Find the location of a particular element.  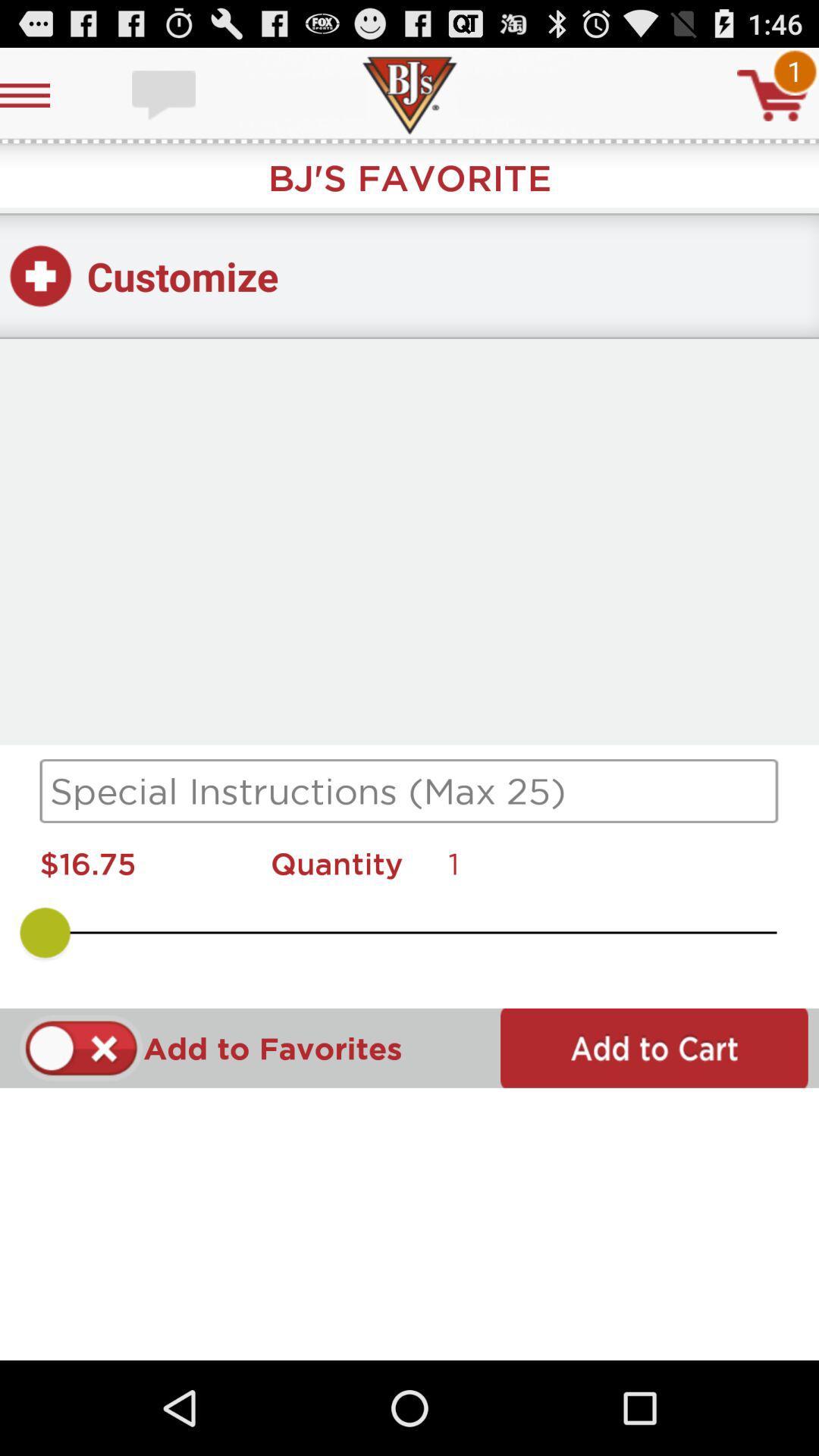

close button is located at coordinates (81, 1047).